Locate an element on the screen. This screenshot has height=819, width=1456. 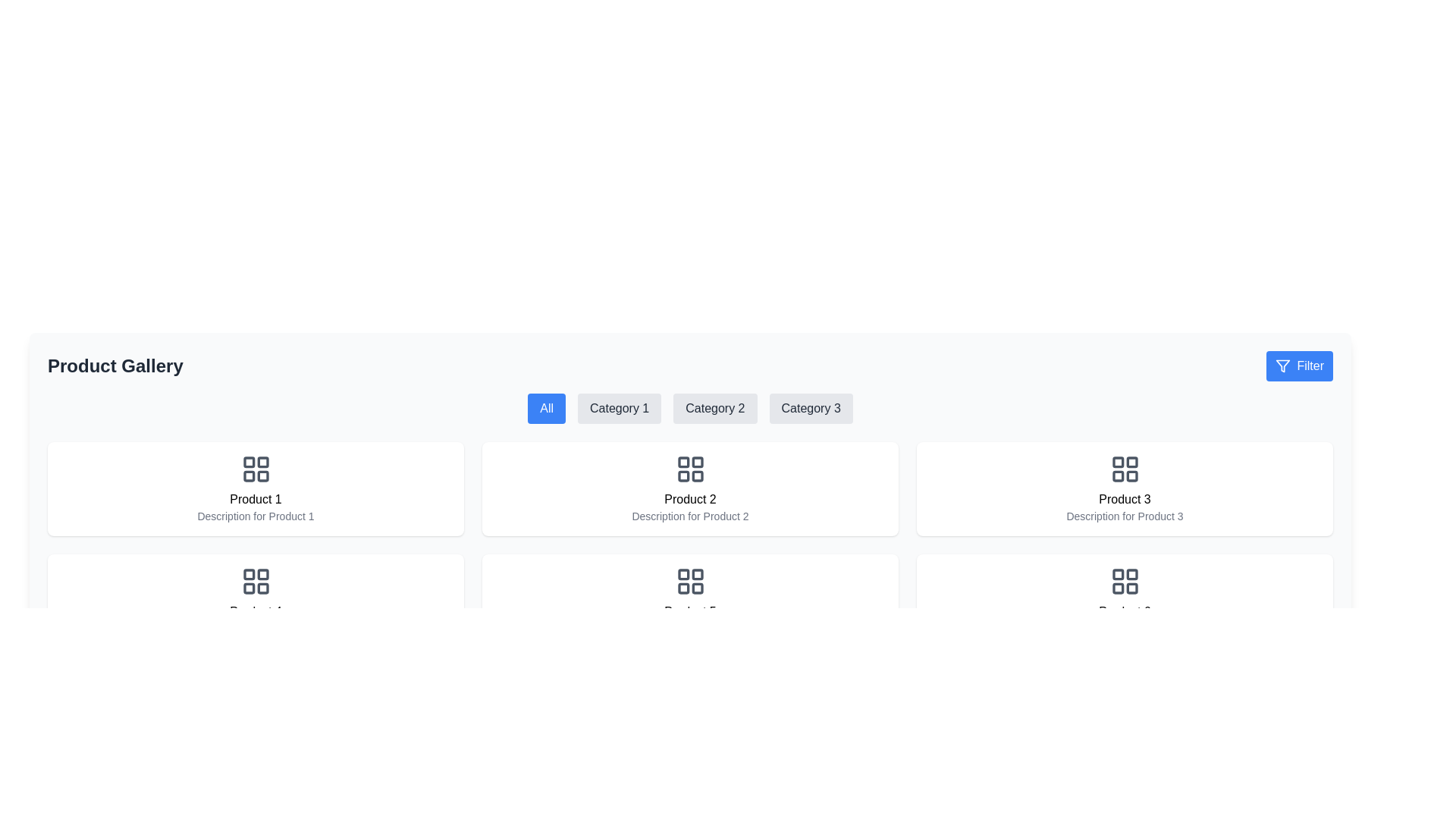
descriptive text label located within the product card for 'Product 3', which is the second textual element following the title is located at coordinates (1125, 516).